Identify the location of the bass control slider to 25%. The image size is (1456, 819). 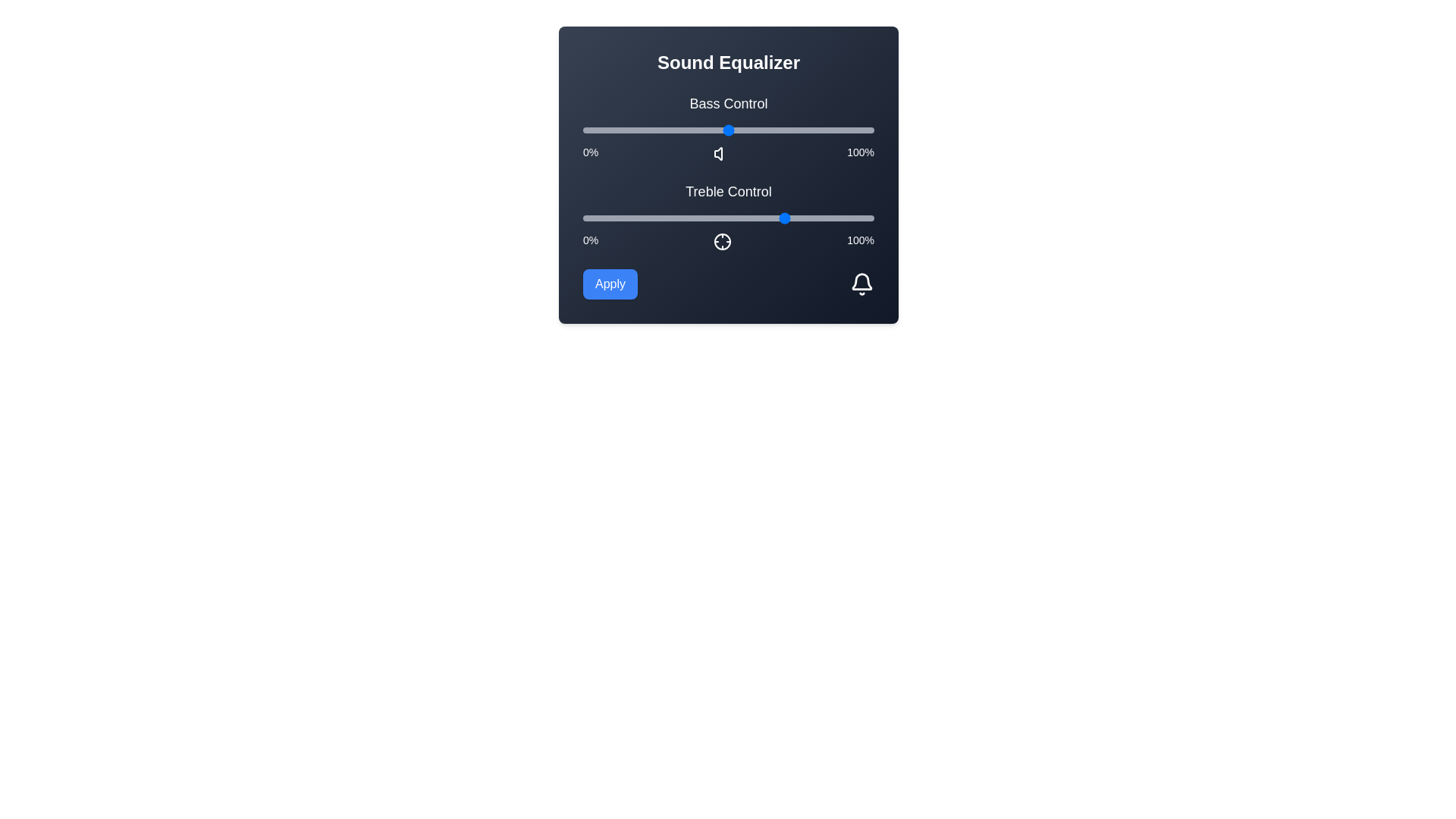
(655, 130).